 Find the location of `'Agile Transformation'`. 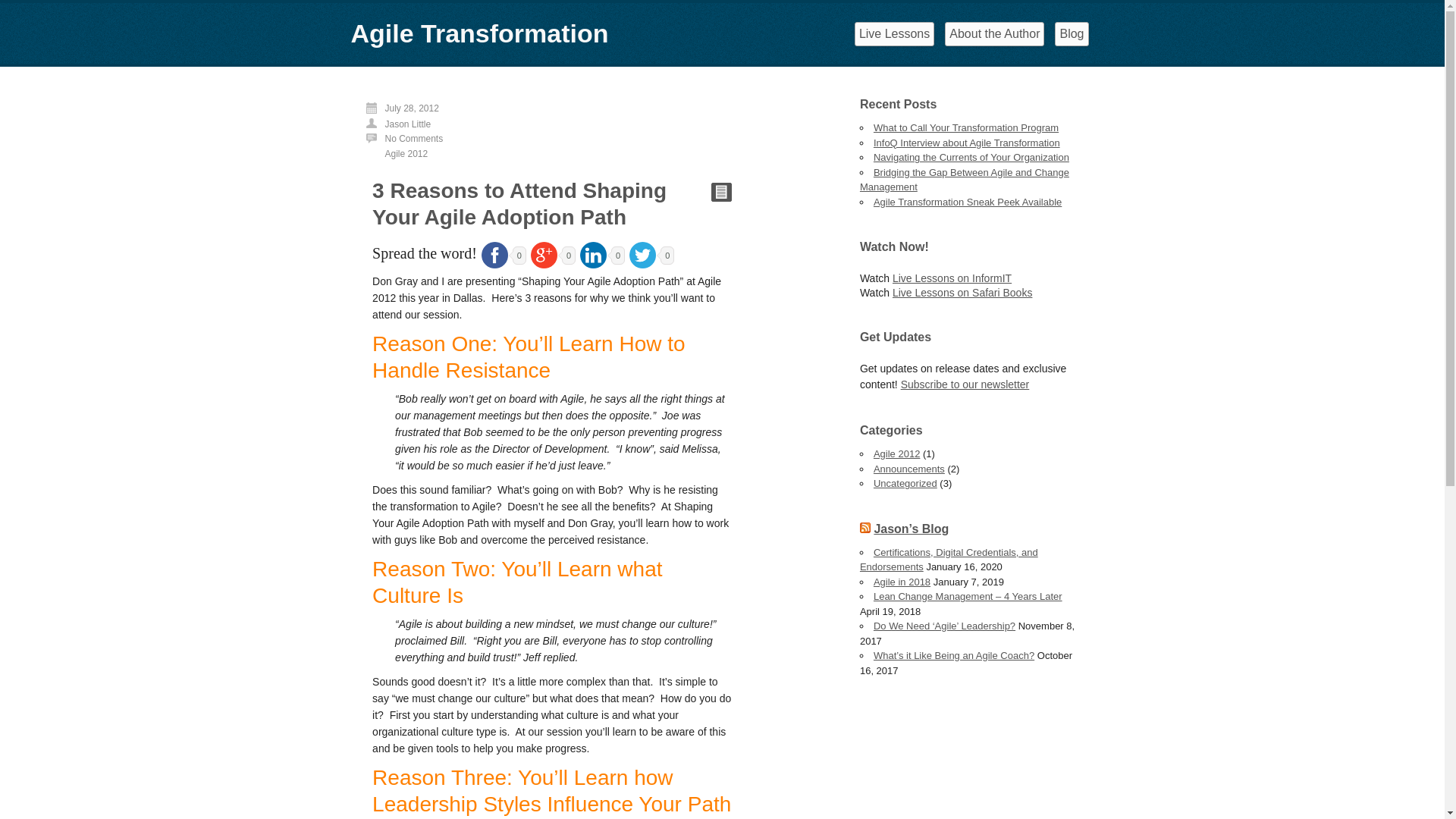

'Agile Transformation' is located at coordinates (479, 33).